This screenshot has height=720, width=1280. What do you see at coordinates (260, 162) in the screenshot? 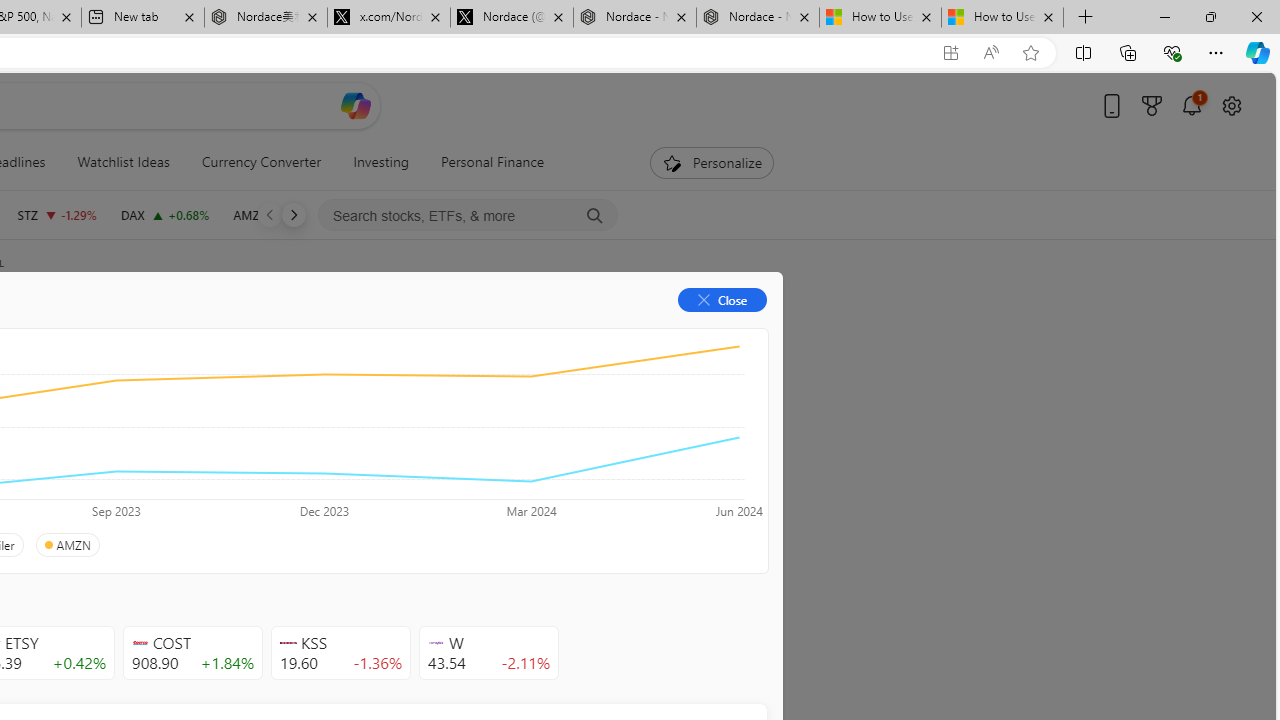
I see `'Currency Converter'` at bounding box center [260, 162].